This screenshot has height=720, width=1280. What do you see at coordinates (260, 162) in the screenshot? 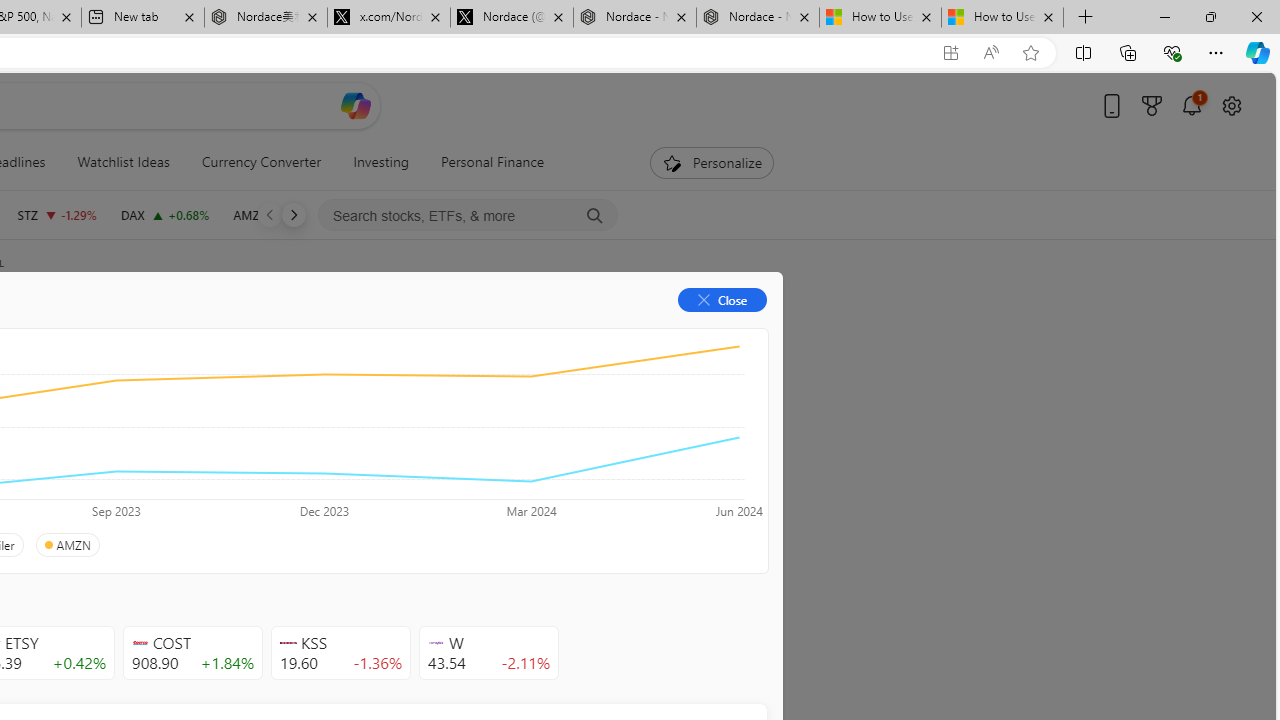
I see `'Currency Converter'` at bounding box center [260, 162].